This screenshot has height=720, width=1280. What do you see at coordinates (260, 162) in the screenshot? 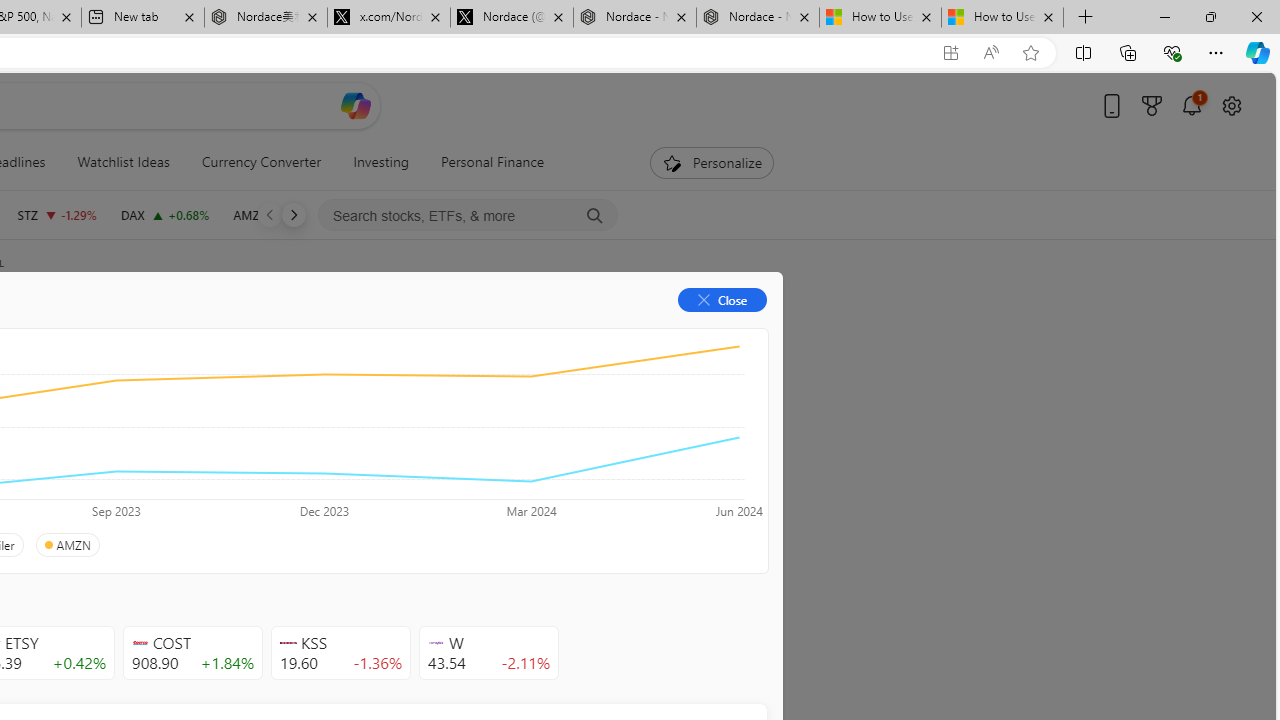
I see `'Currency Converter'` at bounding box center [260, 162].